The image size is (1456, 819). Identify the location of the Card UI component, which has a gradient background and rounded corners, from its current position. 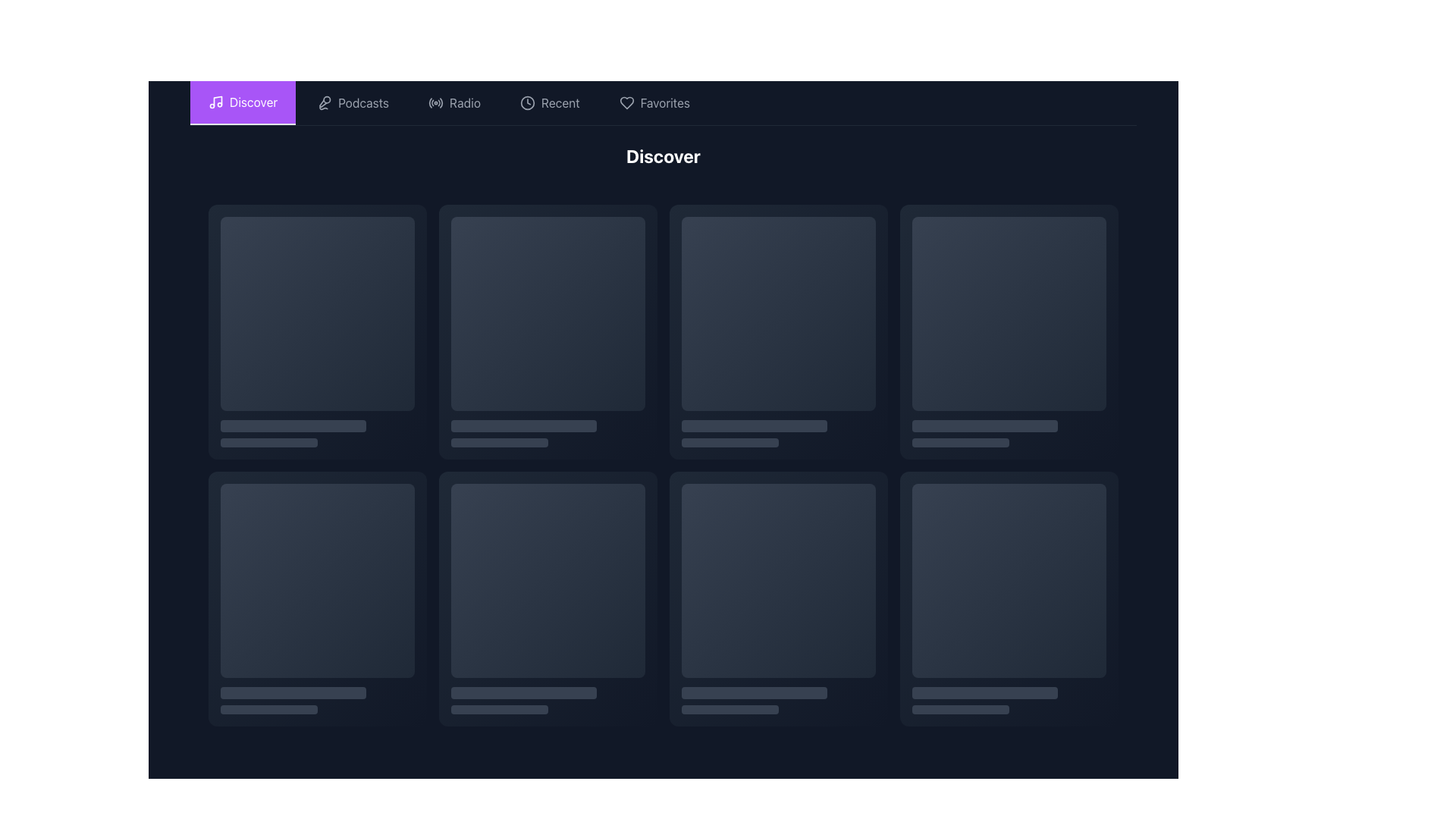
(548, 331).